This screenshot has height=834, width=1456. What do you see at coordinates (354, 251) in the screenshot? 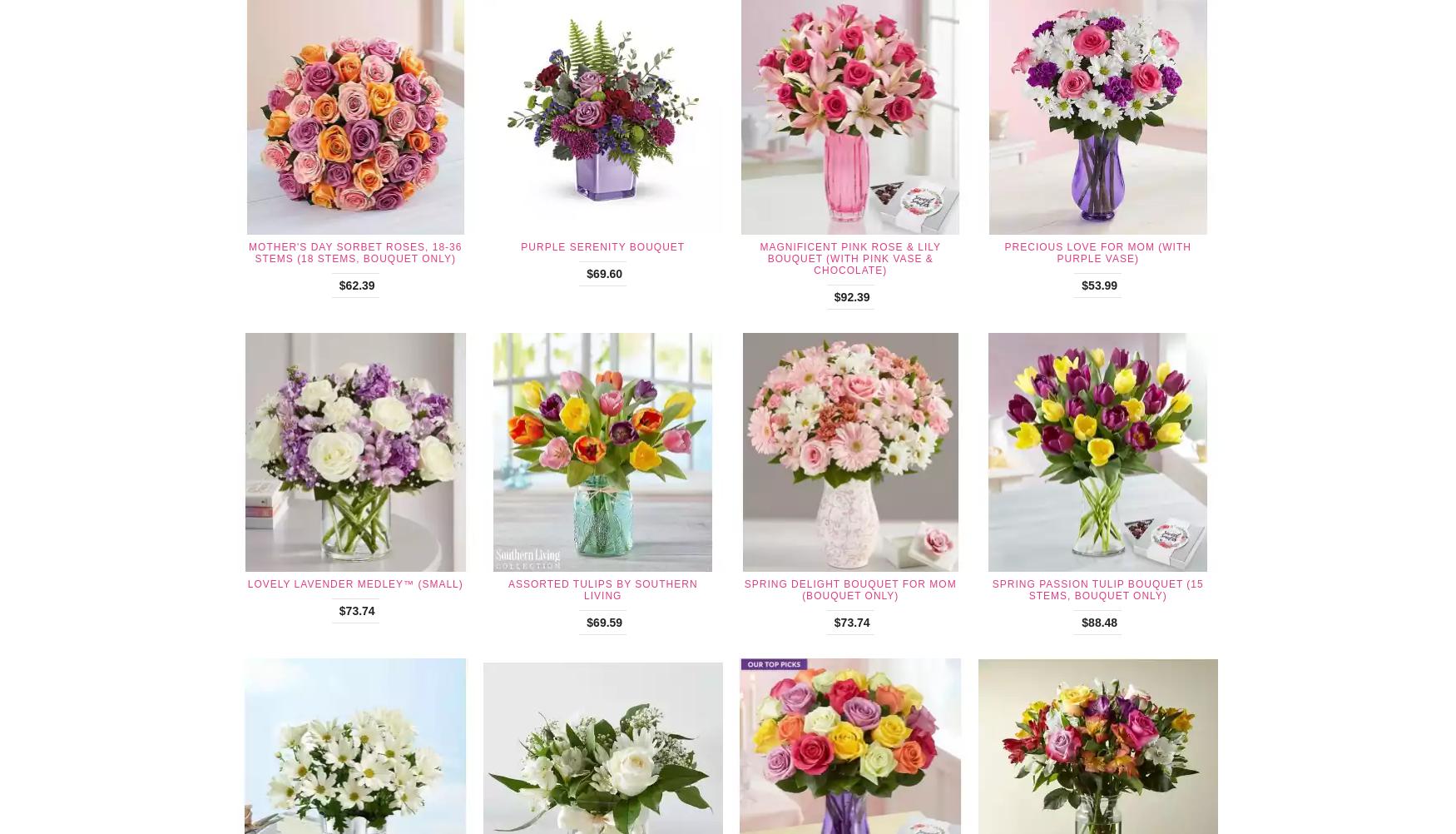
I see `'Mother's Day Sorbet Roses, 18-36 Stems (18 Stems, Bouquet Only)'` at bounding box center [354, 251].